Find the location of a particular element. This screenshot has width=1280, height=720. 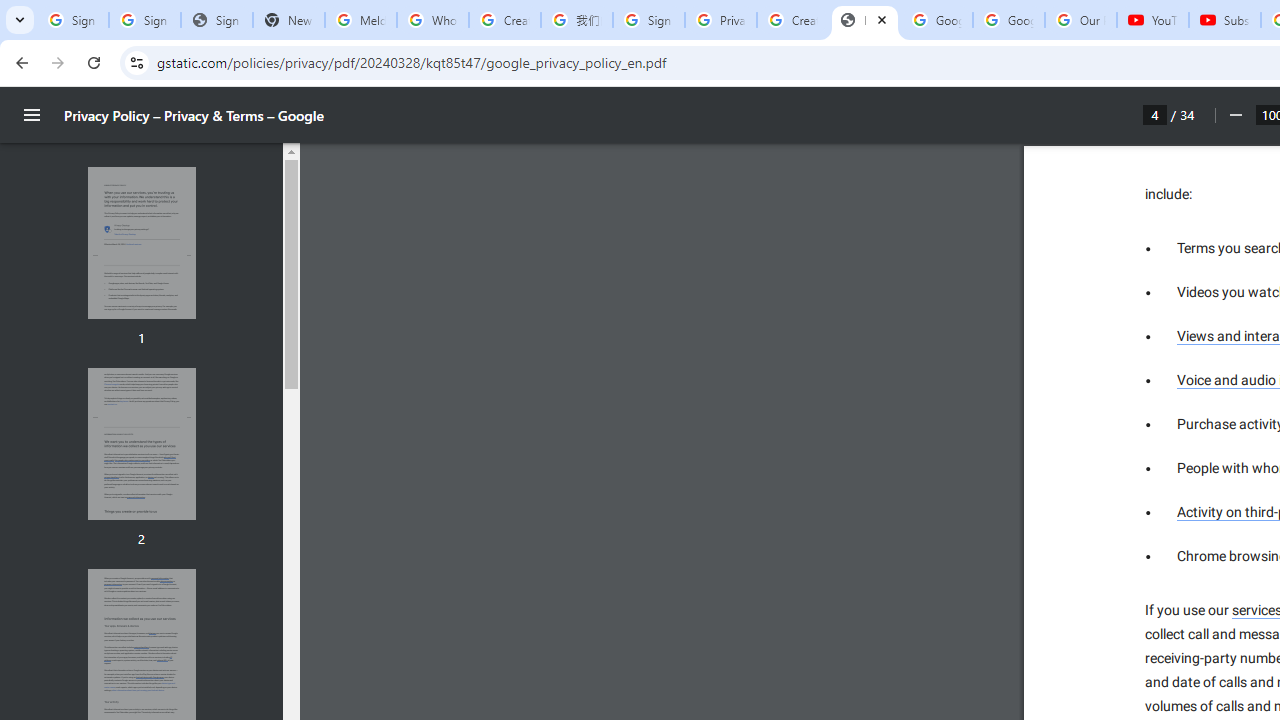

'Forward' is located at coordinates (58, 61).